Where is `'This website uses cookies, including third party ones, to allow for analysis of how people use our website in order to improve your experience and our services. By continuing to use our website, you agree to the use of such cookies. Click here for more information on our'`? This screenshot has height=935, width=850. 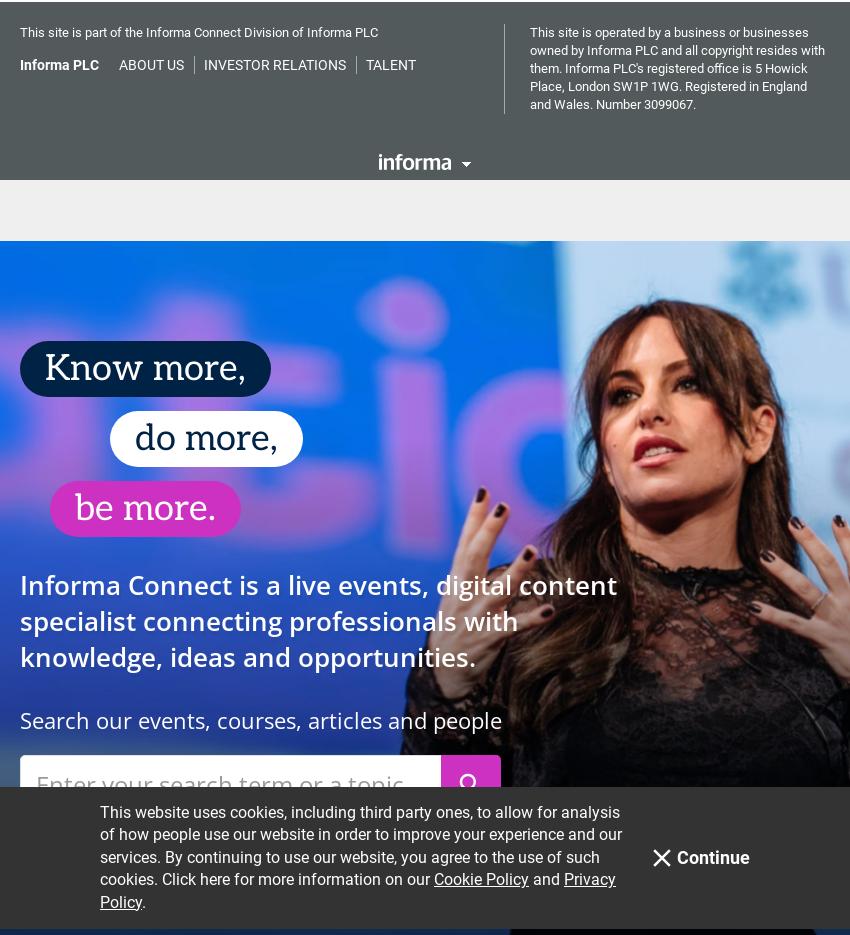 'This website uses cookies, including third party ones, to allow for analysis of how people use our website in order to improve your experience and our services. By continuing to use our website, you agree to the use of such cookies. Click here for more information on our' is located at coordinates (98, 58).